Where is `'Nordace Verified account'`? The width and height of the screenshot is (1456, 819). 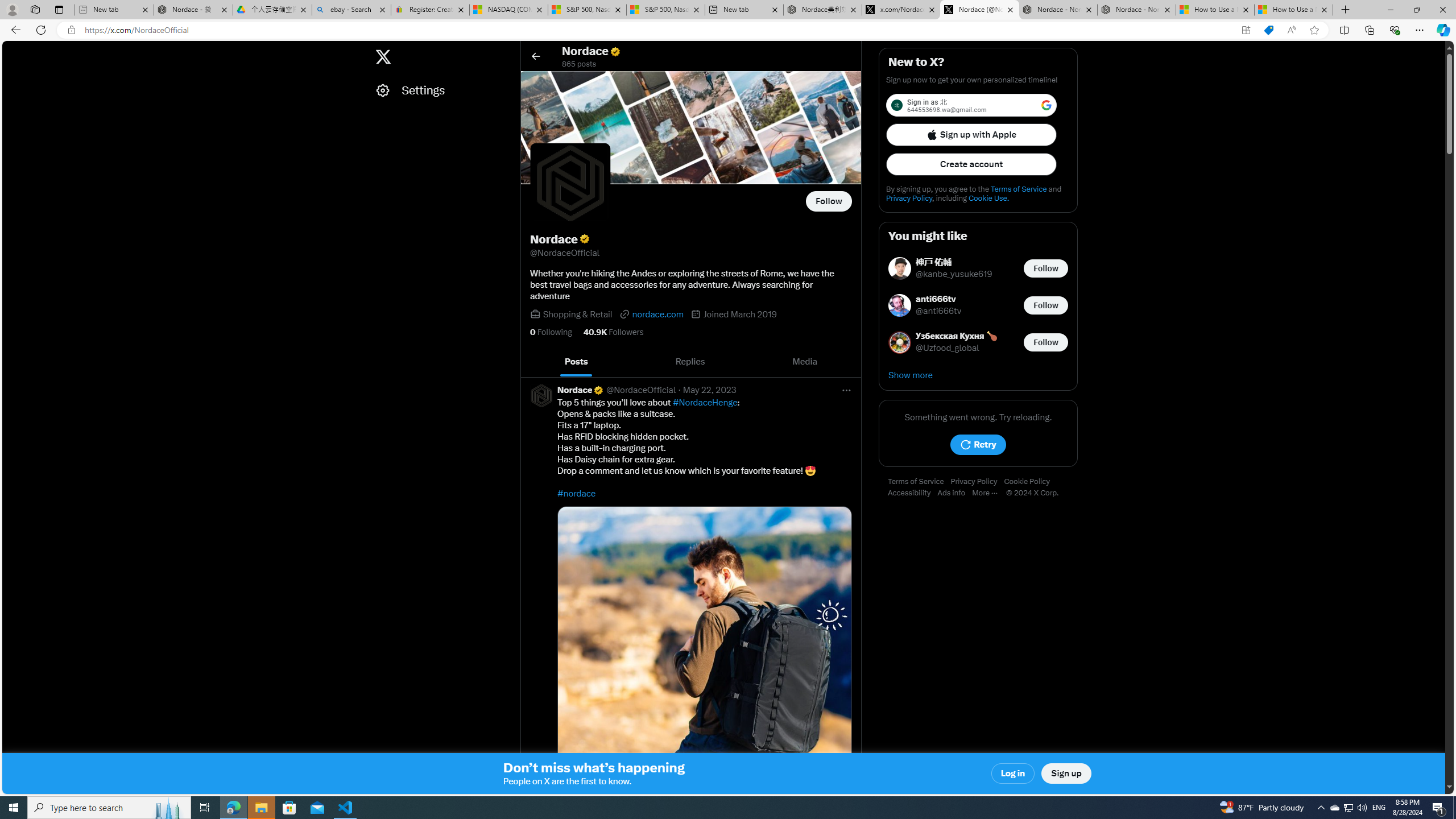
'Nordace Verified account' is located at coordinates (580, 390).